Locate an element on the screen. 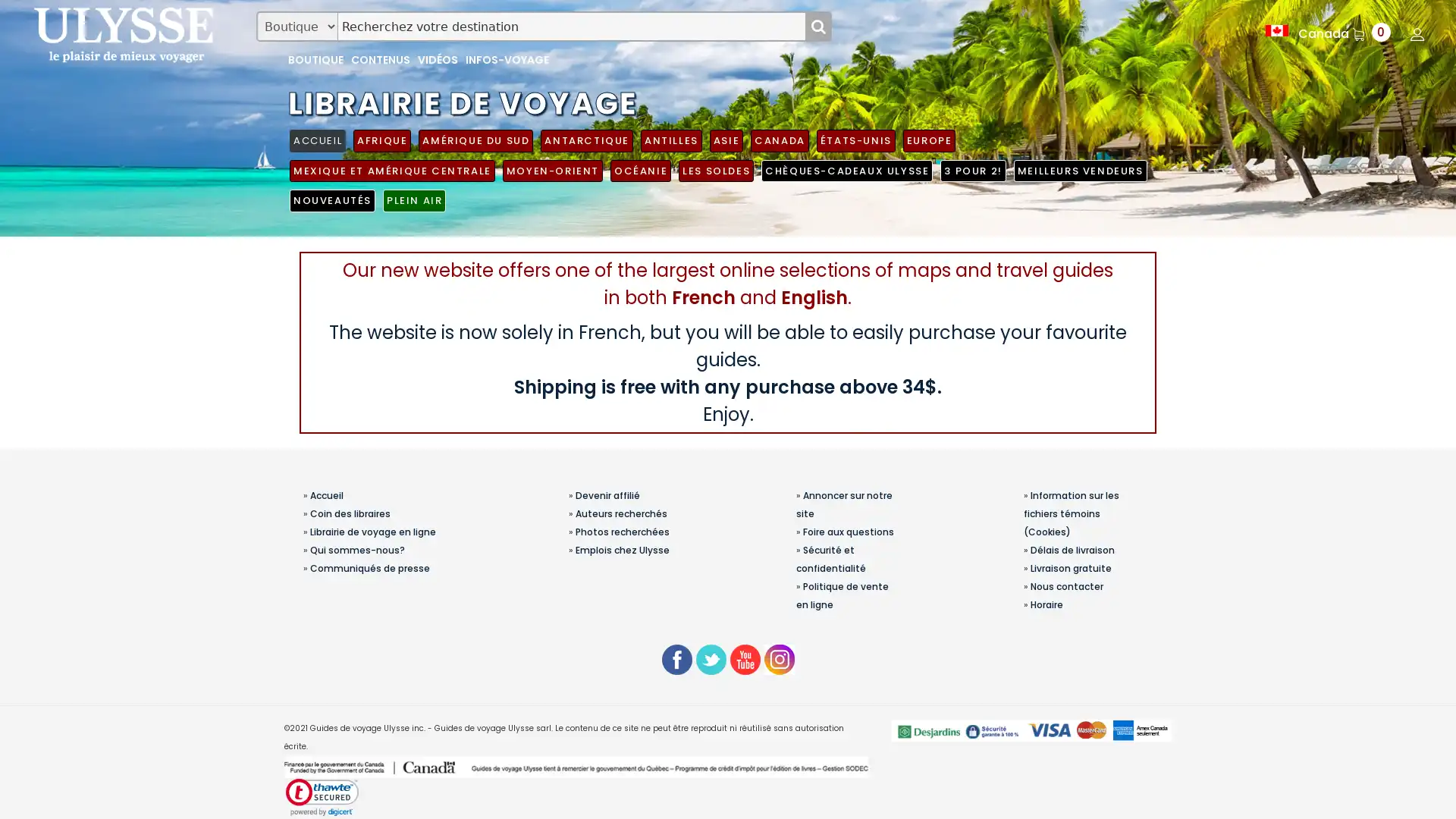 The height and width of the screenshot is (819, 1456). CANADA is located at coordinates (779, 140).